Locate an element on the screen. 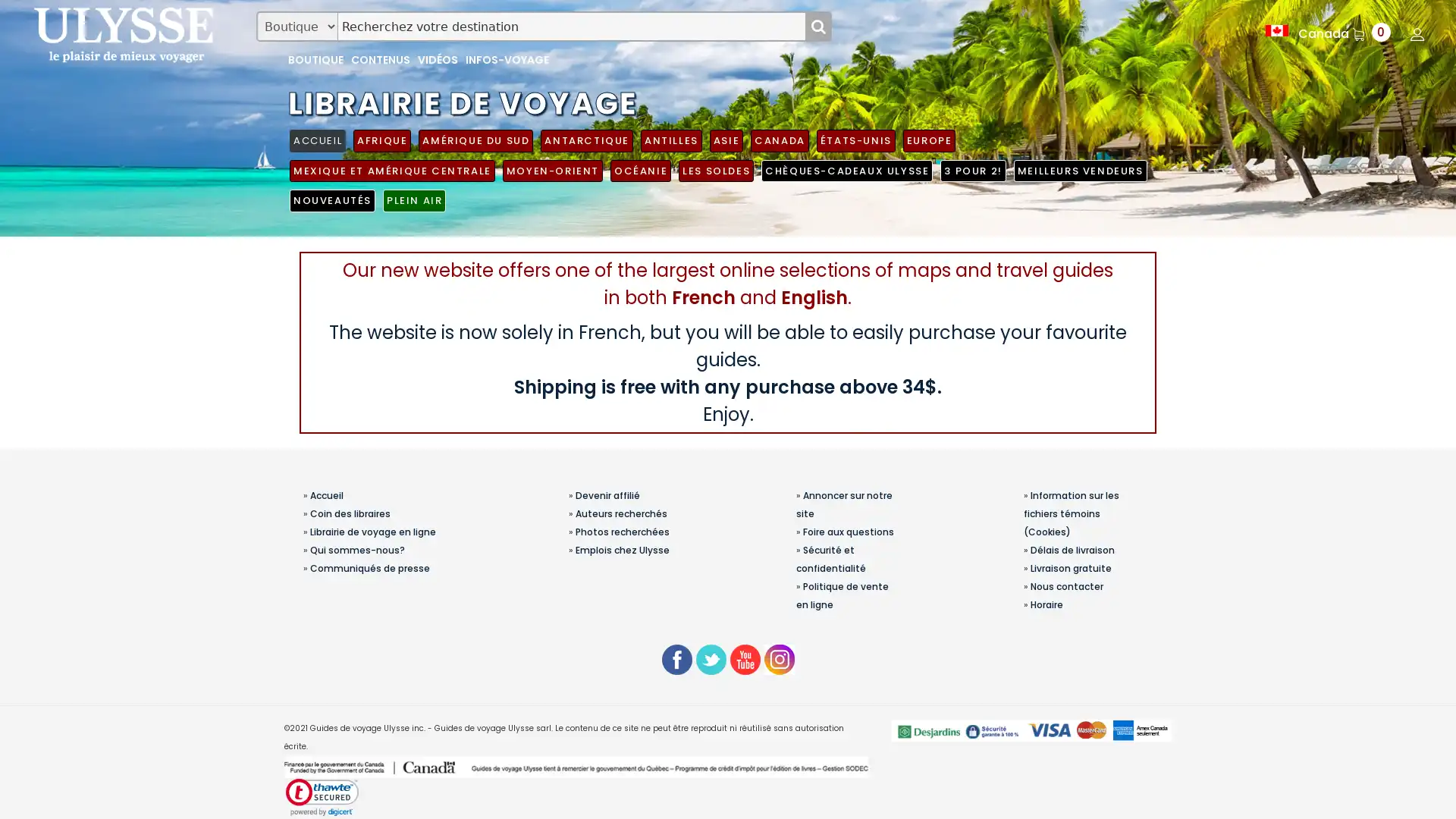 The height and width of the screenshot is (819, 1456). CANADA is located at coordinates (779, 140).